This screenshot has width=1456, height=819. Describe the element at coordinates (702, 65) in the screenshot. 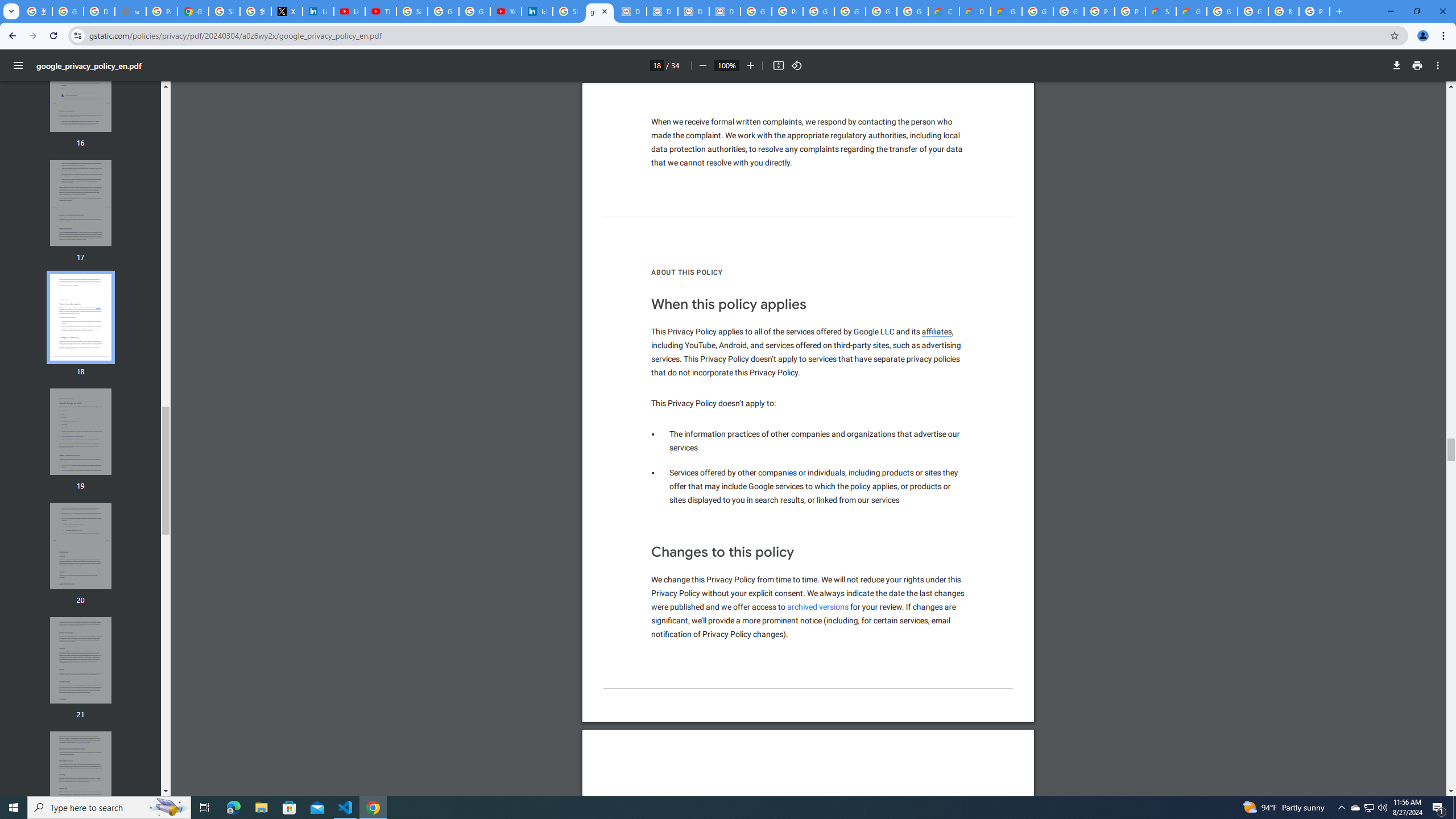

I see `'Zoom out'` at that location.